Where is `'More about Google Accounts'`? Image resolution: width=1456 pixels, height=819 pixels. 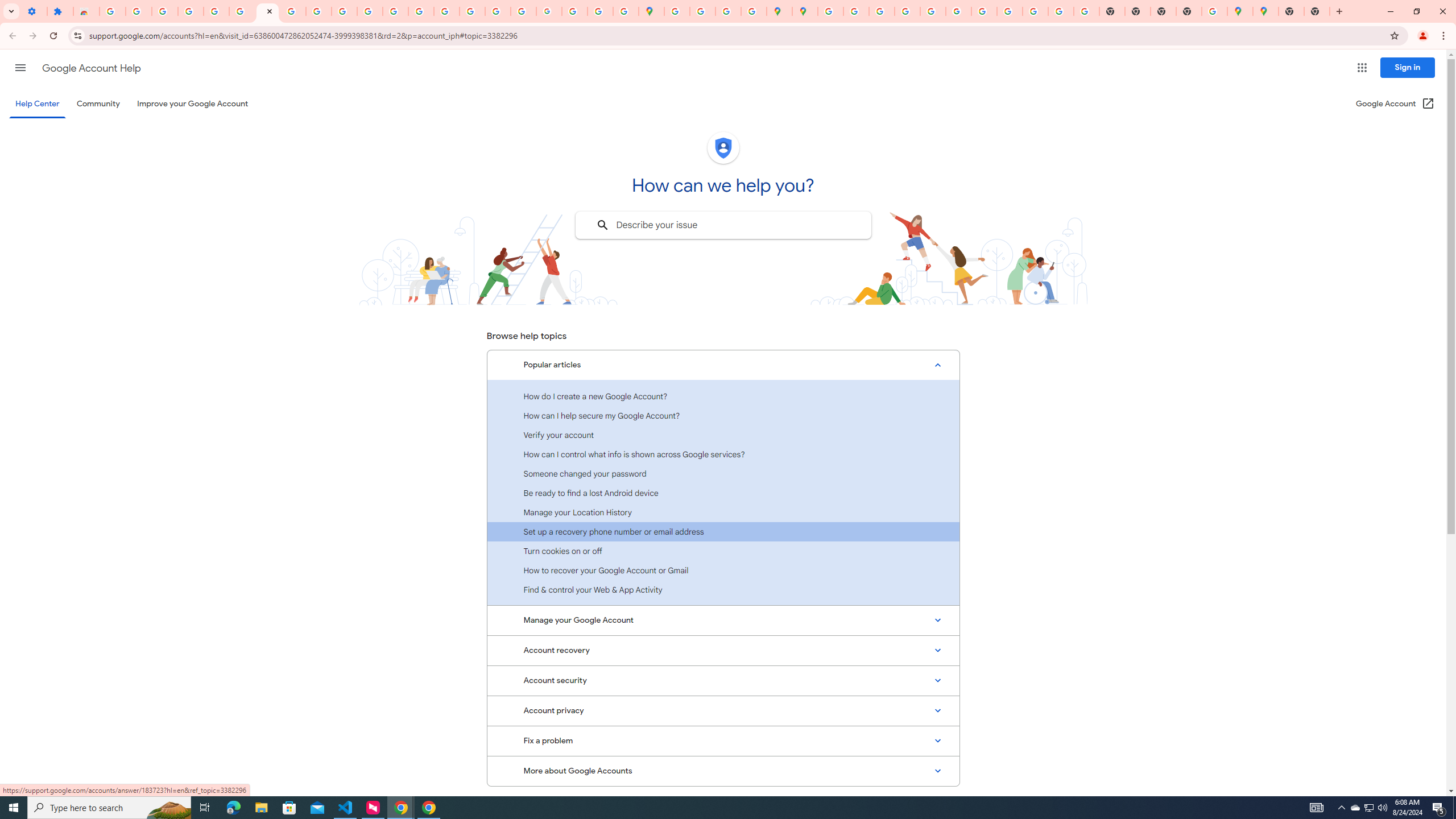 'More about Google Accounts' is located at coordinates (723, 771).